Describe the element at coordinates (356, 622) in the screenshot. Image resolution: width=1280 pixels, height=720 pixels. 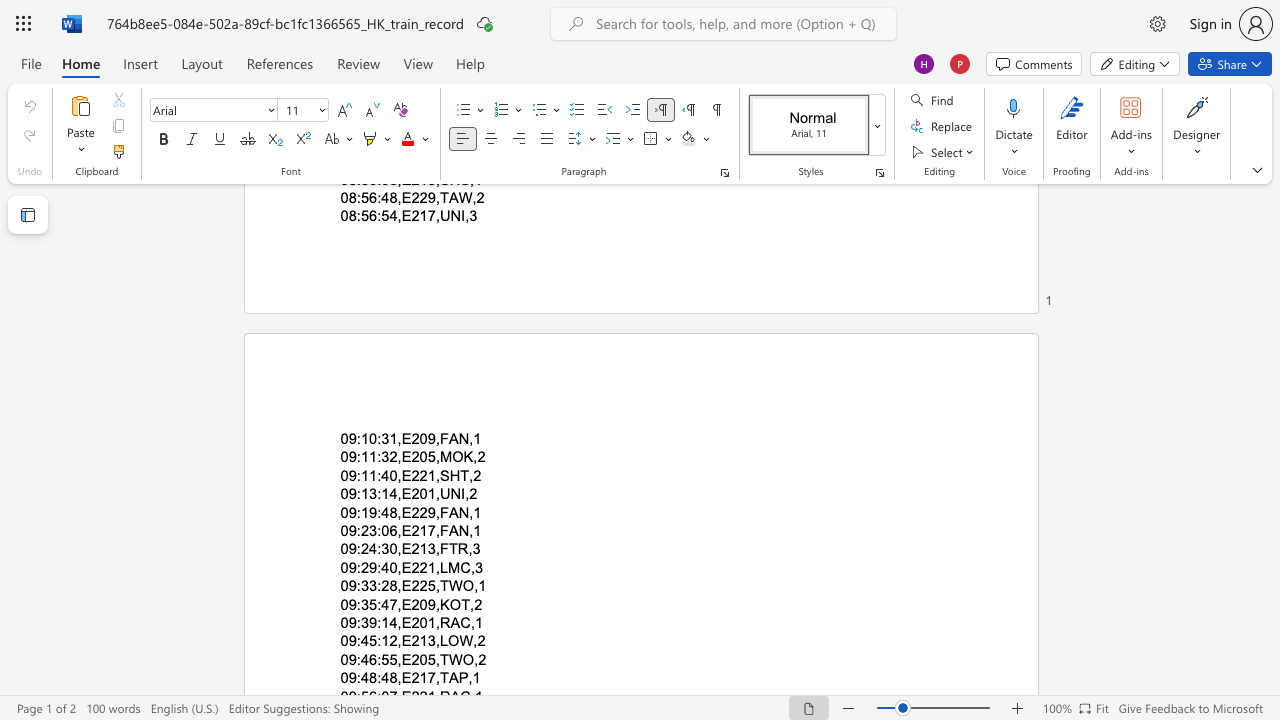
I see `the subset text ":3" within the text "09:39:14,E201,RAC,1"` at that location.